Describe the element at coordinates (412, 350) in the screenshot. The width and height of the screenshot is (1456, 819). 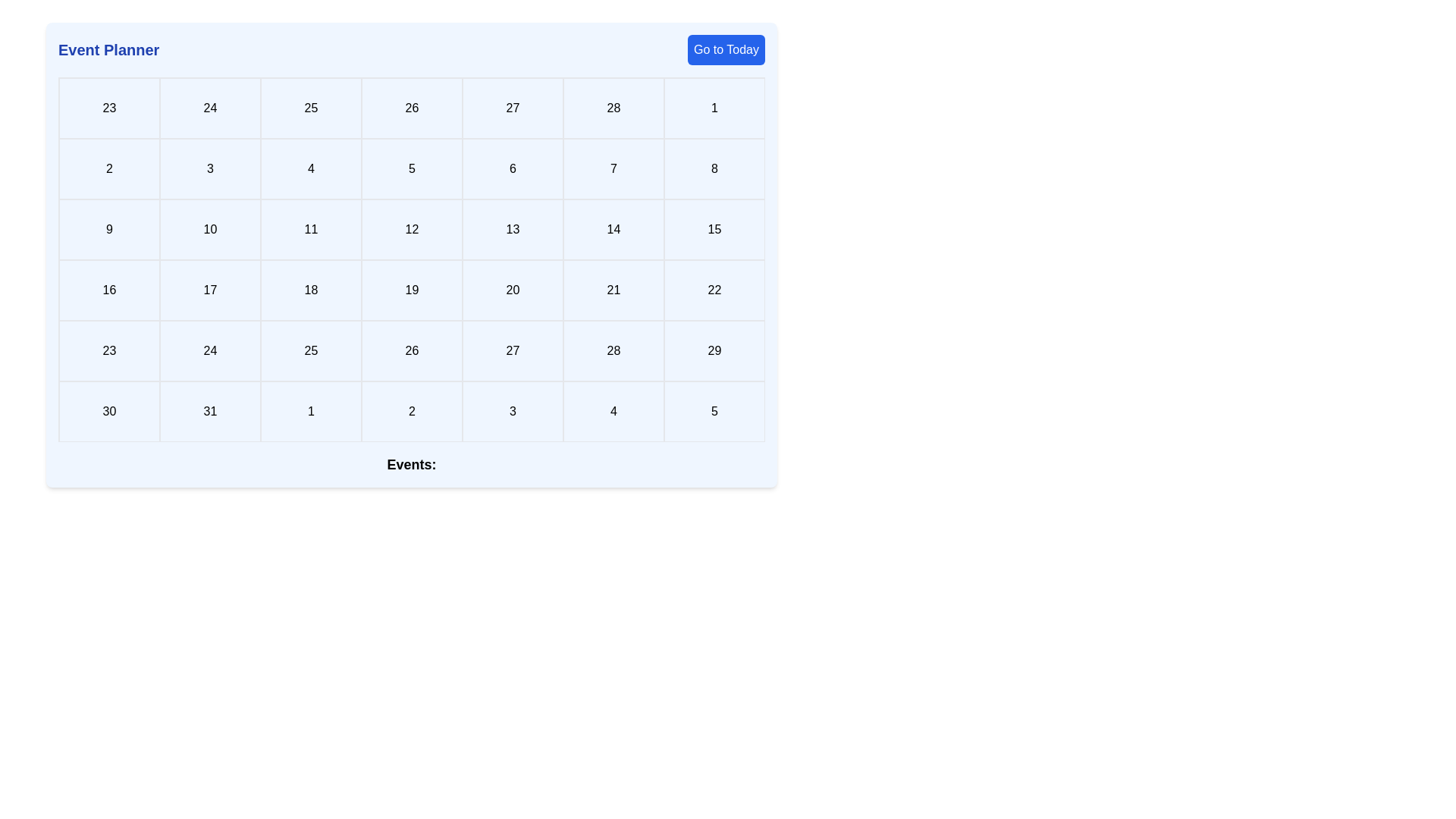
I see `the grid cell in the 4th row and 4th column displaying the number '26'` at that location.